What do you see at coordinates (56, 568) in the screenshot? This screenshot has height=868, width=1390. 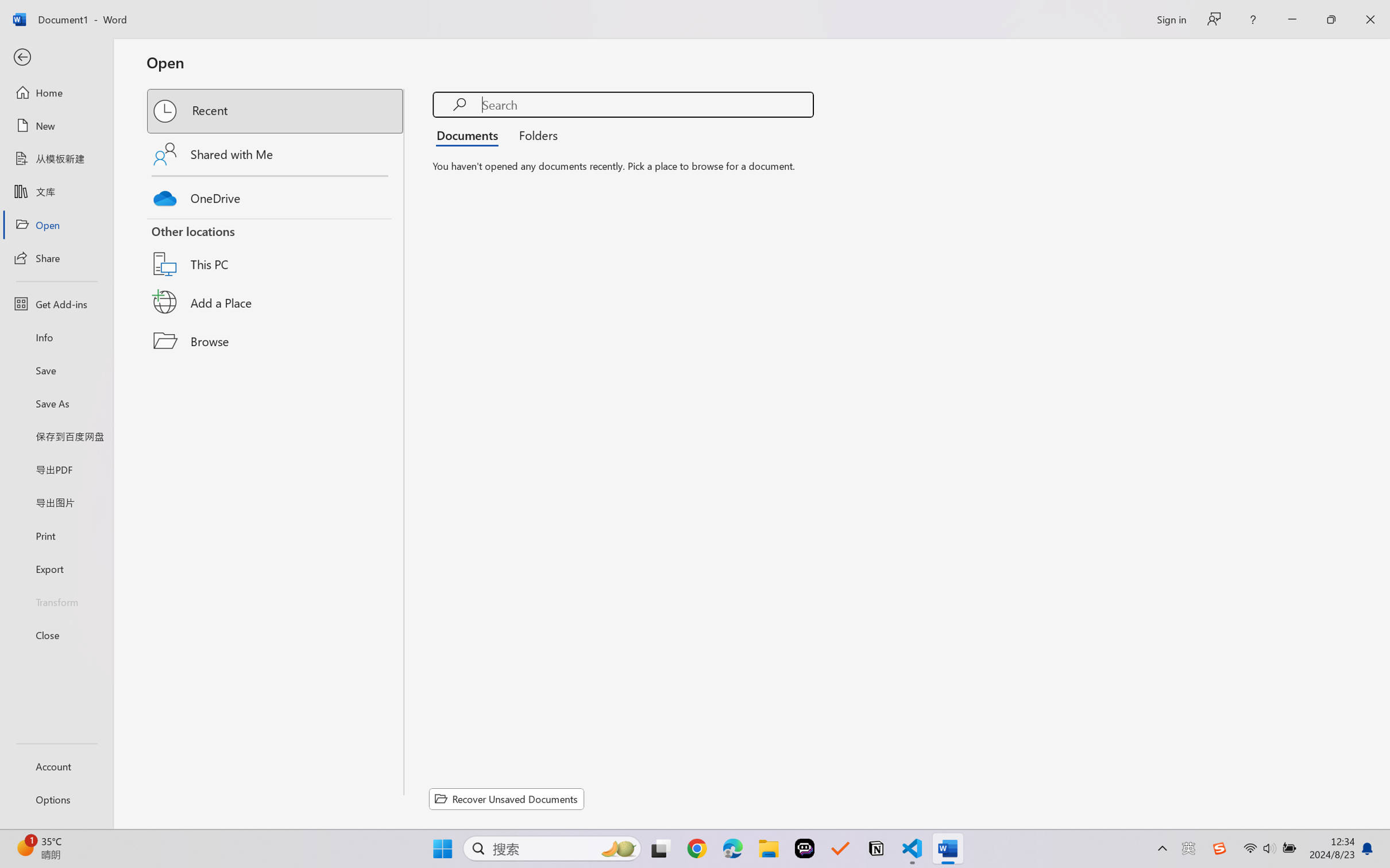 I see `'Export'` at bounding box center [56, 568].